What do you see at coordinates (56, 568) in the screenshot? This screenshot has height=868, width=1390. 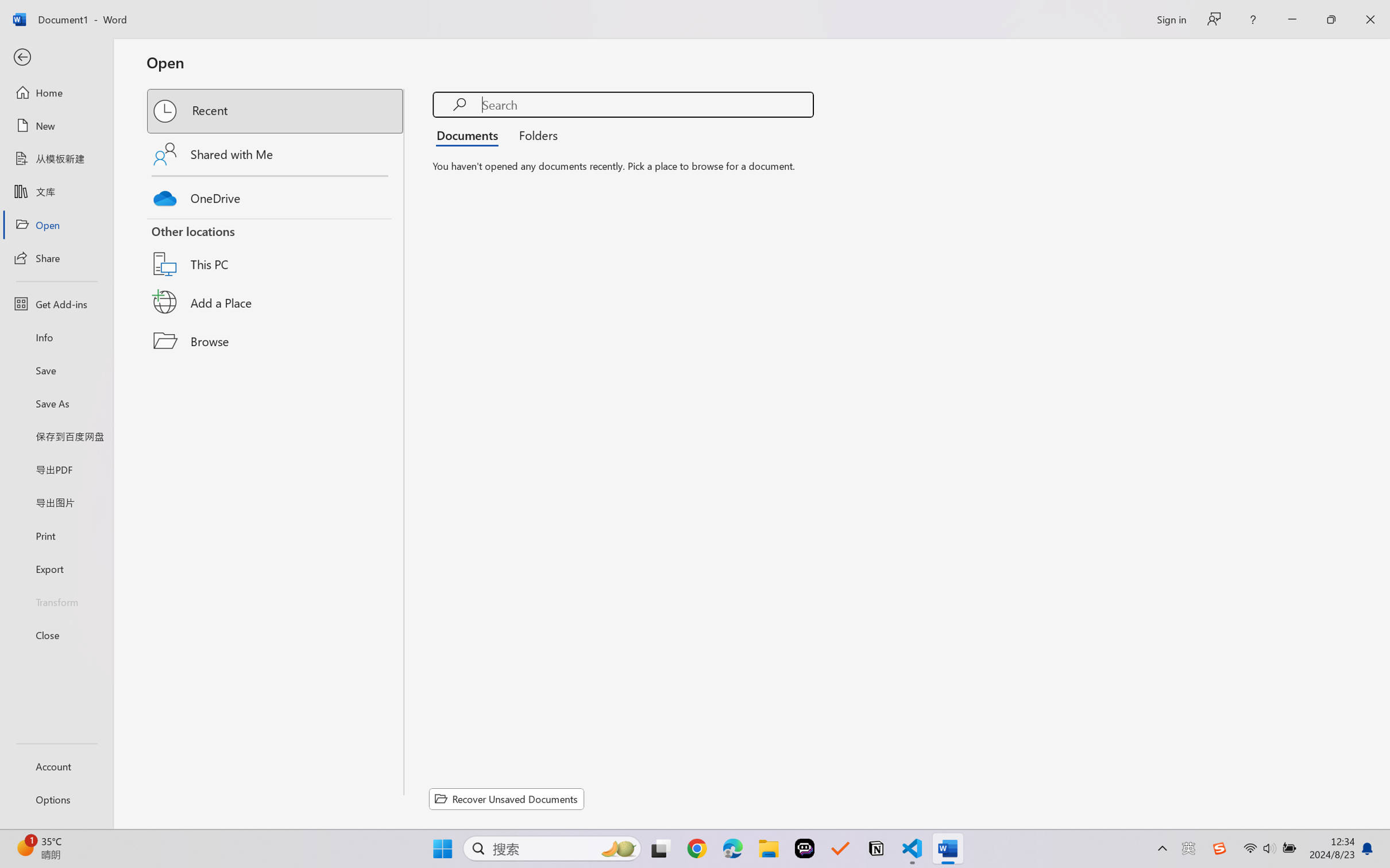 I see `'Export'` at bounding box center [56, 568].